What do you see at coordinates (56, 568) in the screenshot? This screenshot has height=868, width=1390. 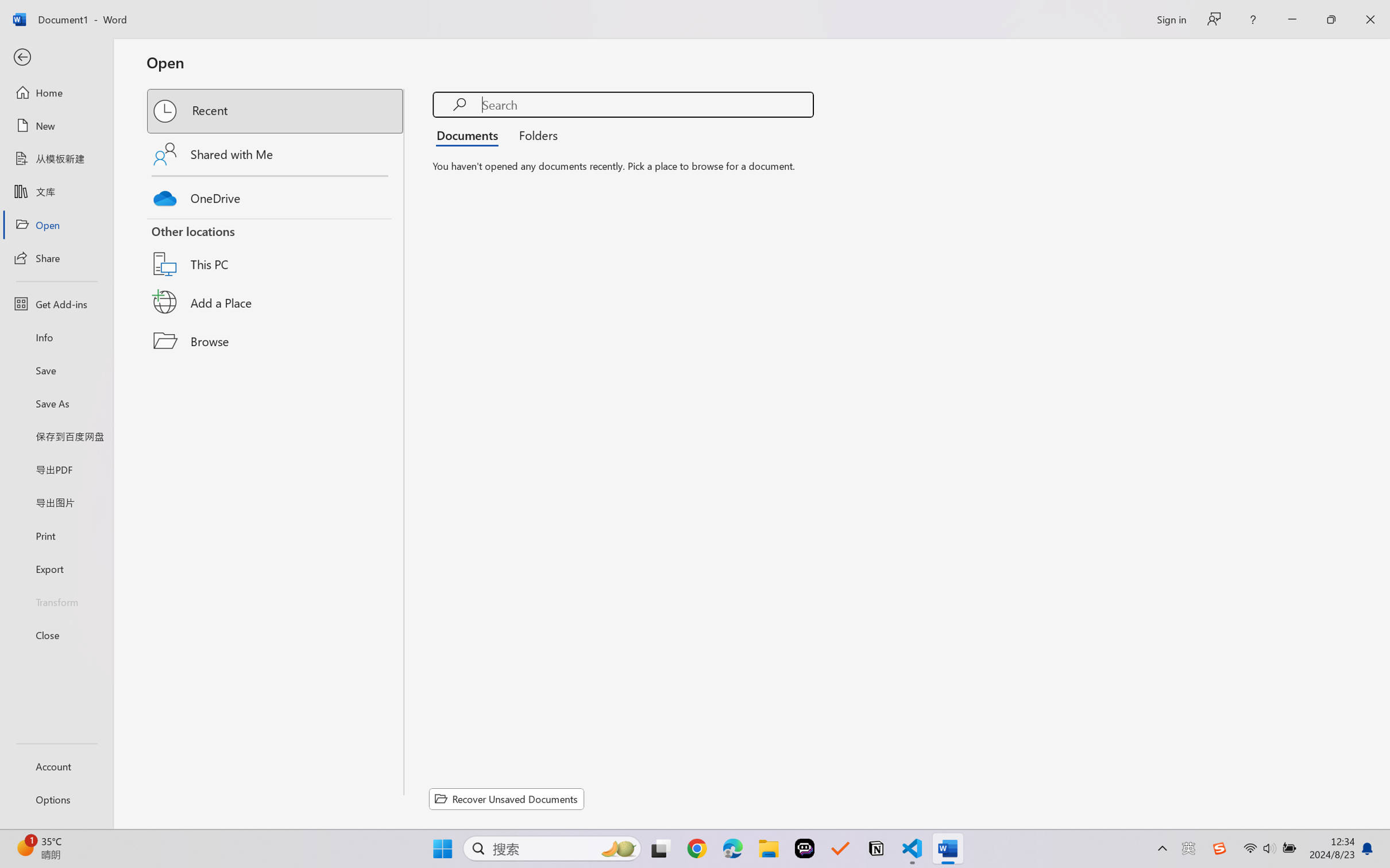 I see `'Export'` at bounding box center [56, 568].